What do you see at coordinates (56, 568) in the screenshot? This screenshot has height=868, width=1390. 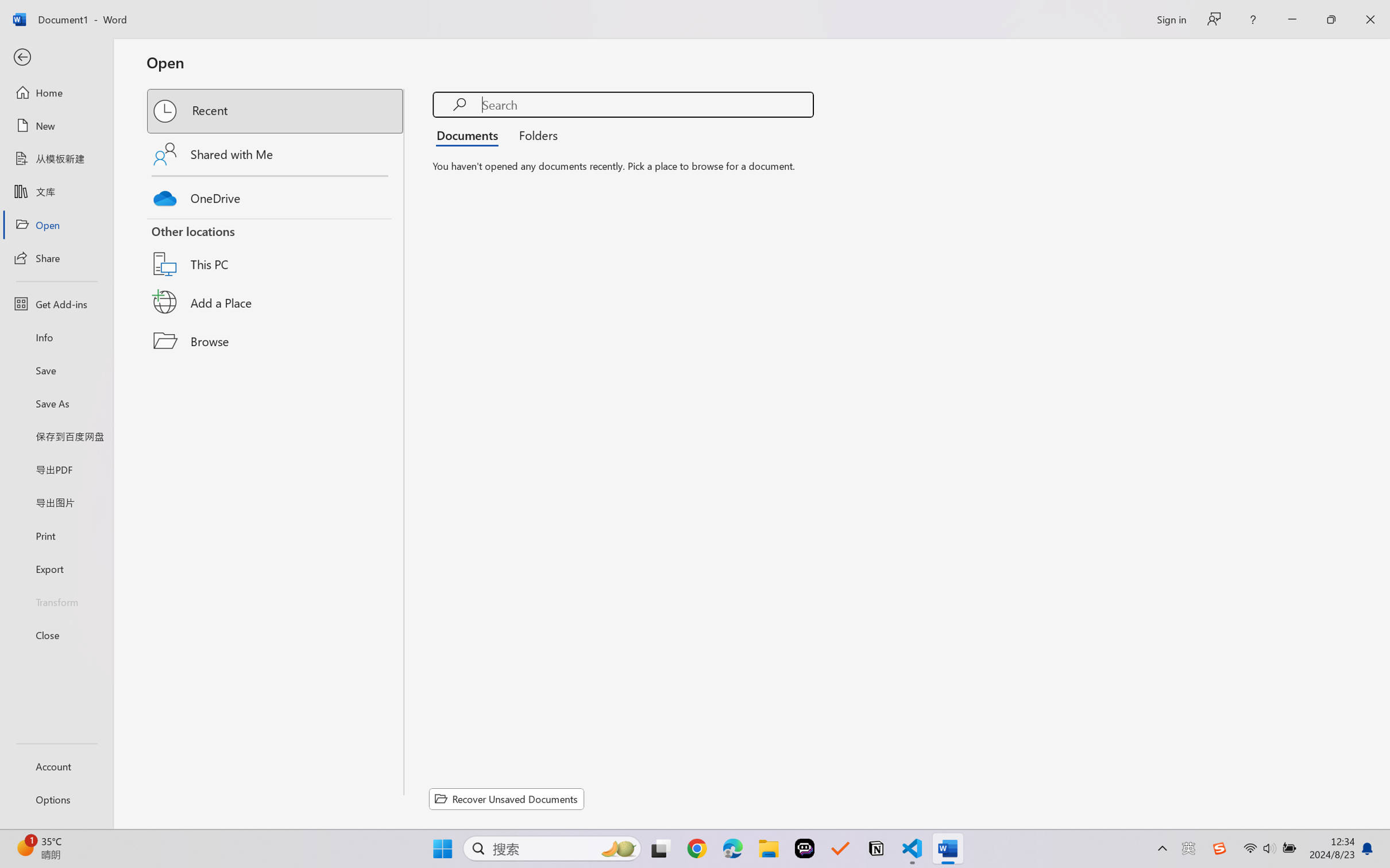 I see `'Export'` at bounding box center [56, 568].